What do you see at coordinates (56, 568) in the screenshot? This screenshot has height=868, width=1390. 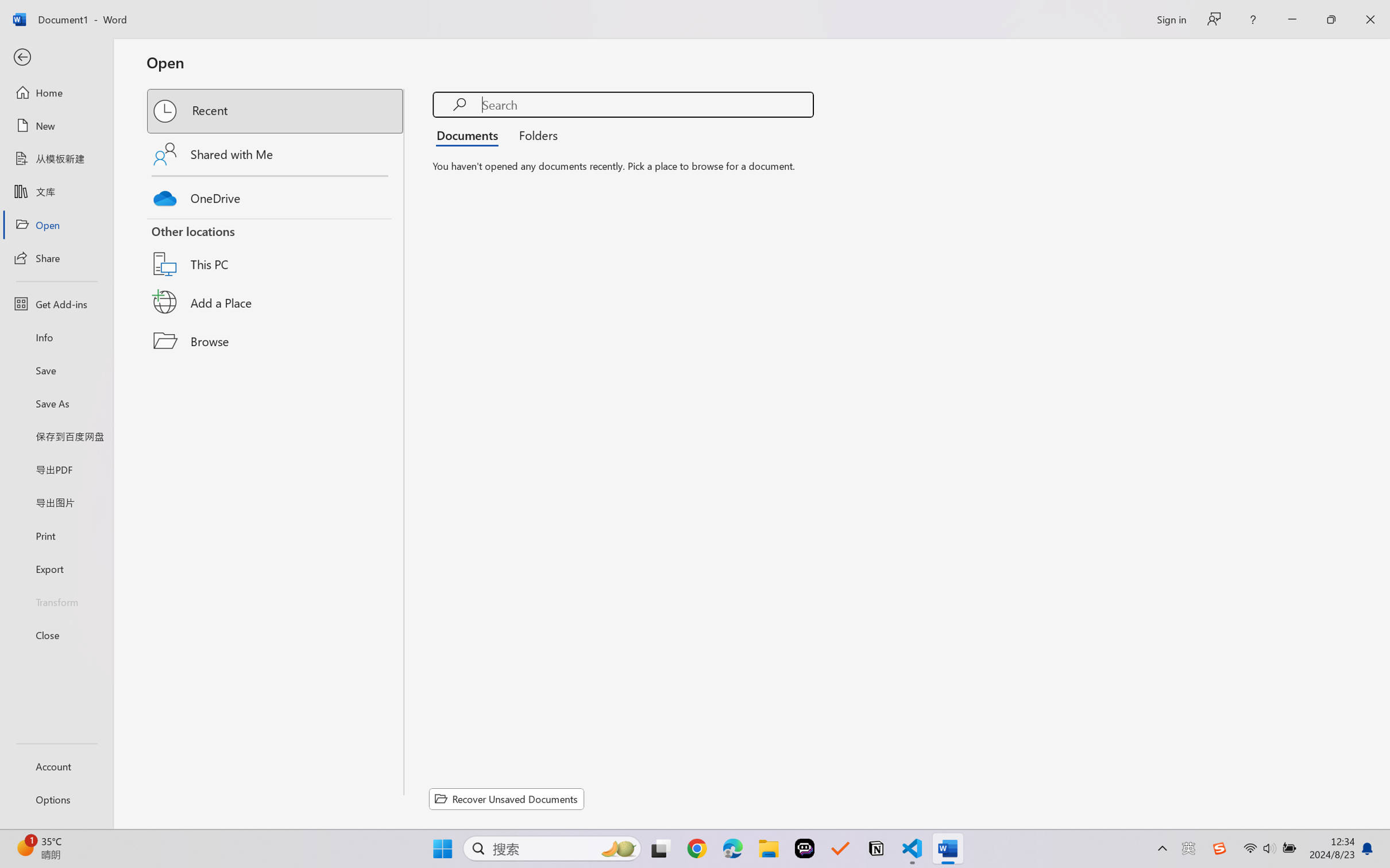 I see `'Export'` at bounding box center [56, 568].